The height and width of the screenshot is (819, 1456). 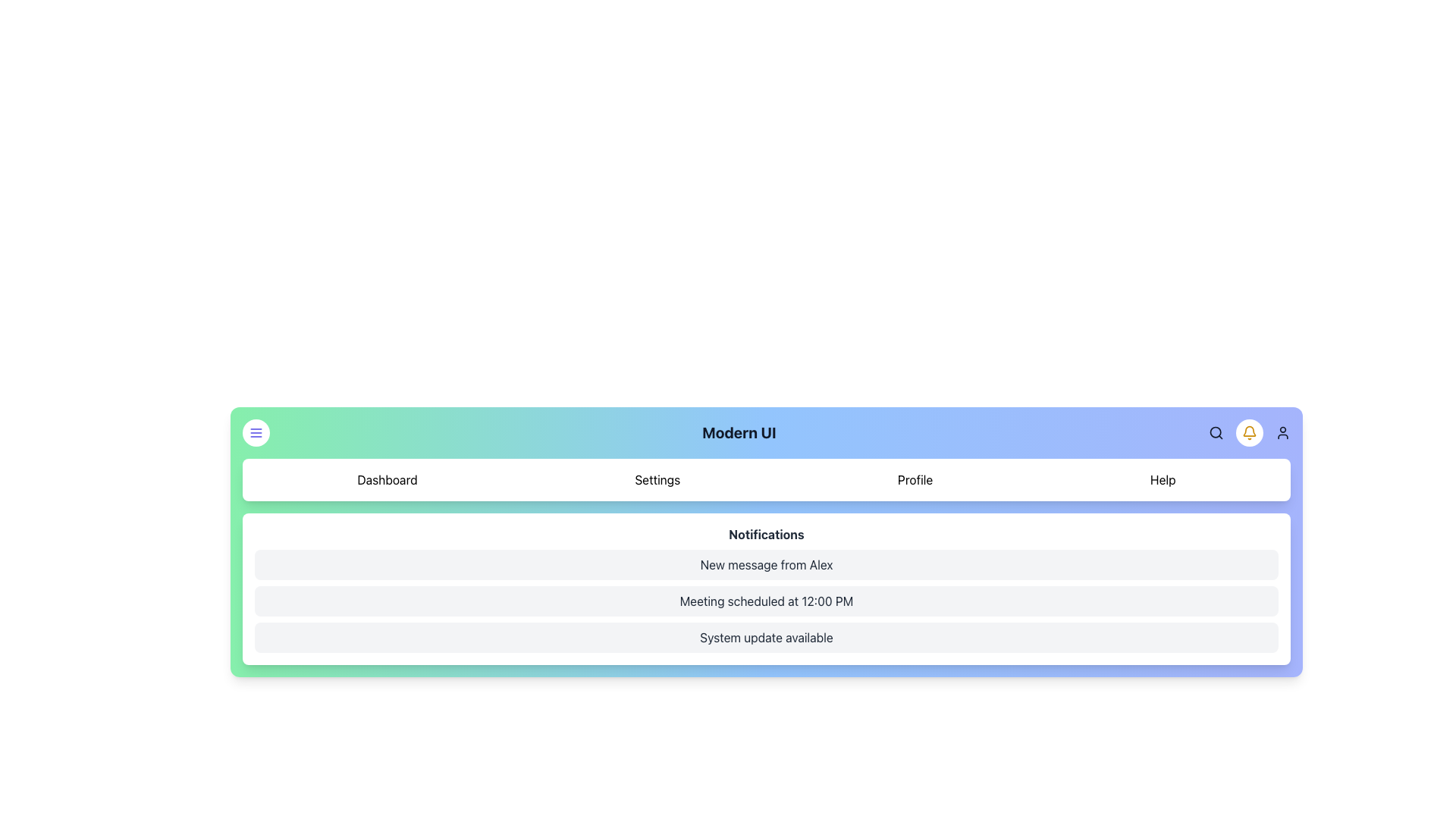 I want to click on the 'Settings' text link, which is the second item in the top navigation bar of the application, so click(x=657, y=479).